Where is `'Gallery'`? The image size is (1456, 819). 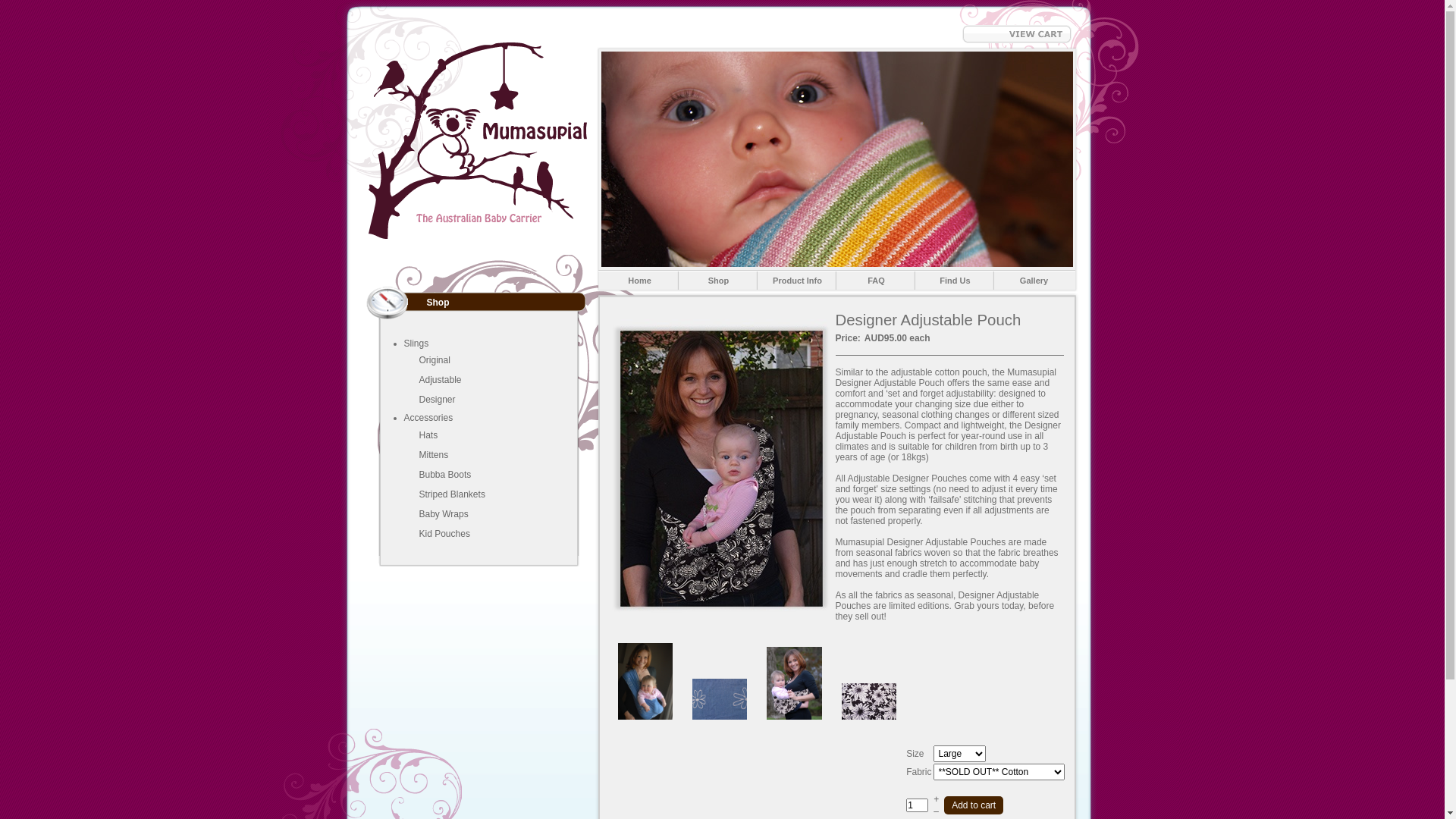
'Gallery' is located at coordinates (1033, 281).